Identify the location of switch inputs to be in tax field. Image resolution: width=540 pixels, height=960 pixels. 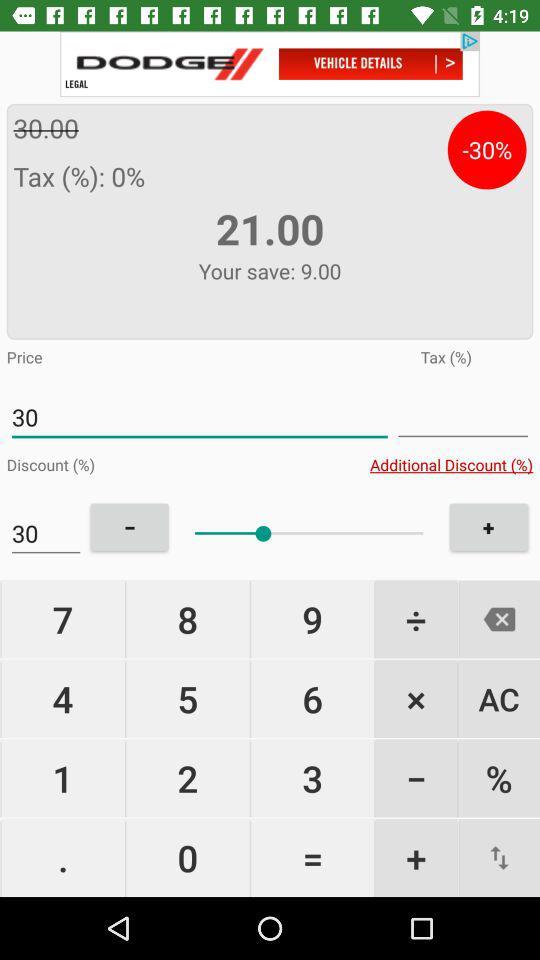
(463, 416).